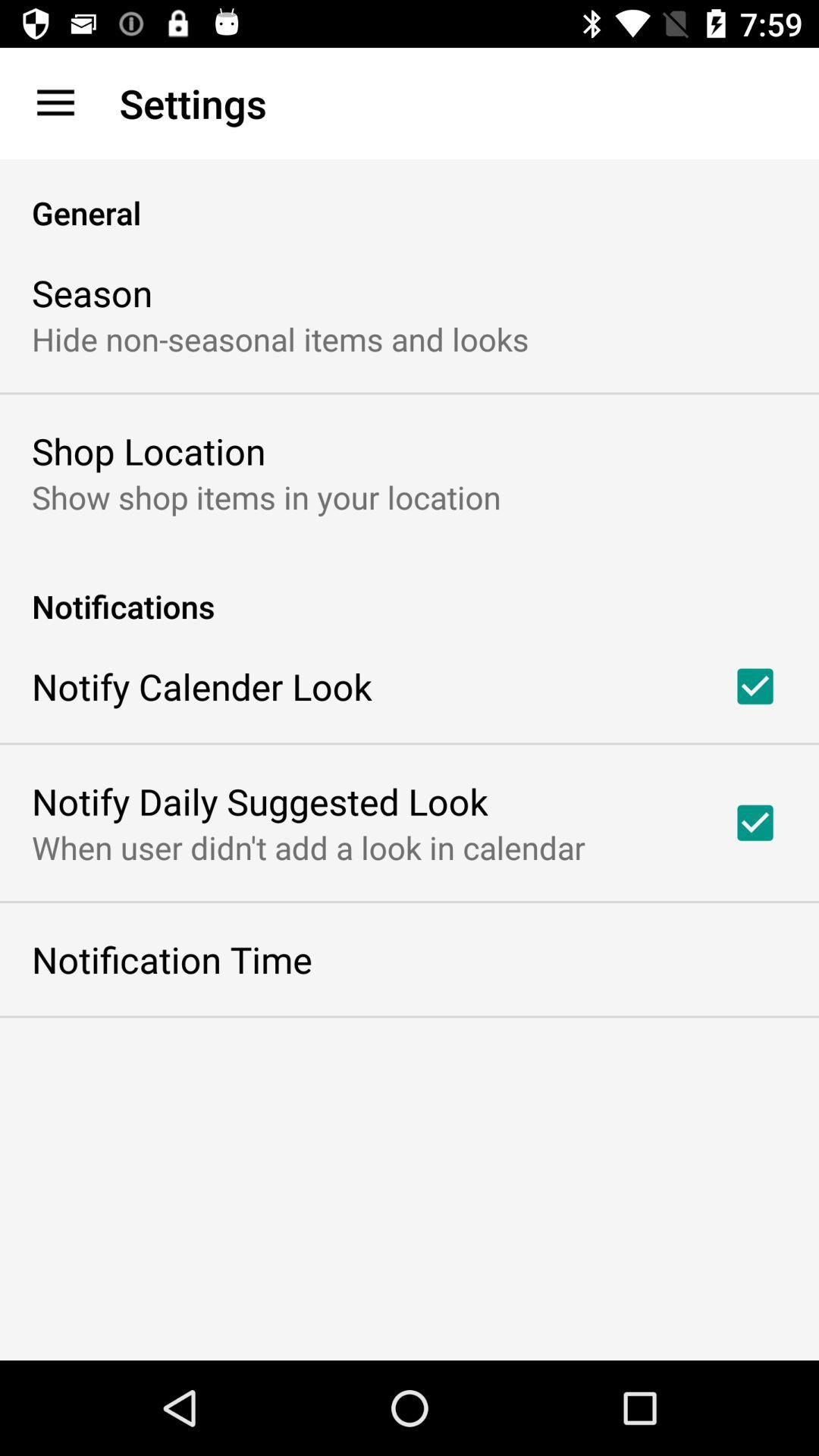 This screenshot has height=1456, width=819. Describe the element at coordinates (280, 337) in the screenshot. I see `icon above shop location icon` at that location.